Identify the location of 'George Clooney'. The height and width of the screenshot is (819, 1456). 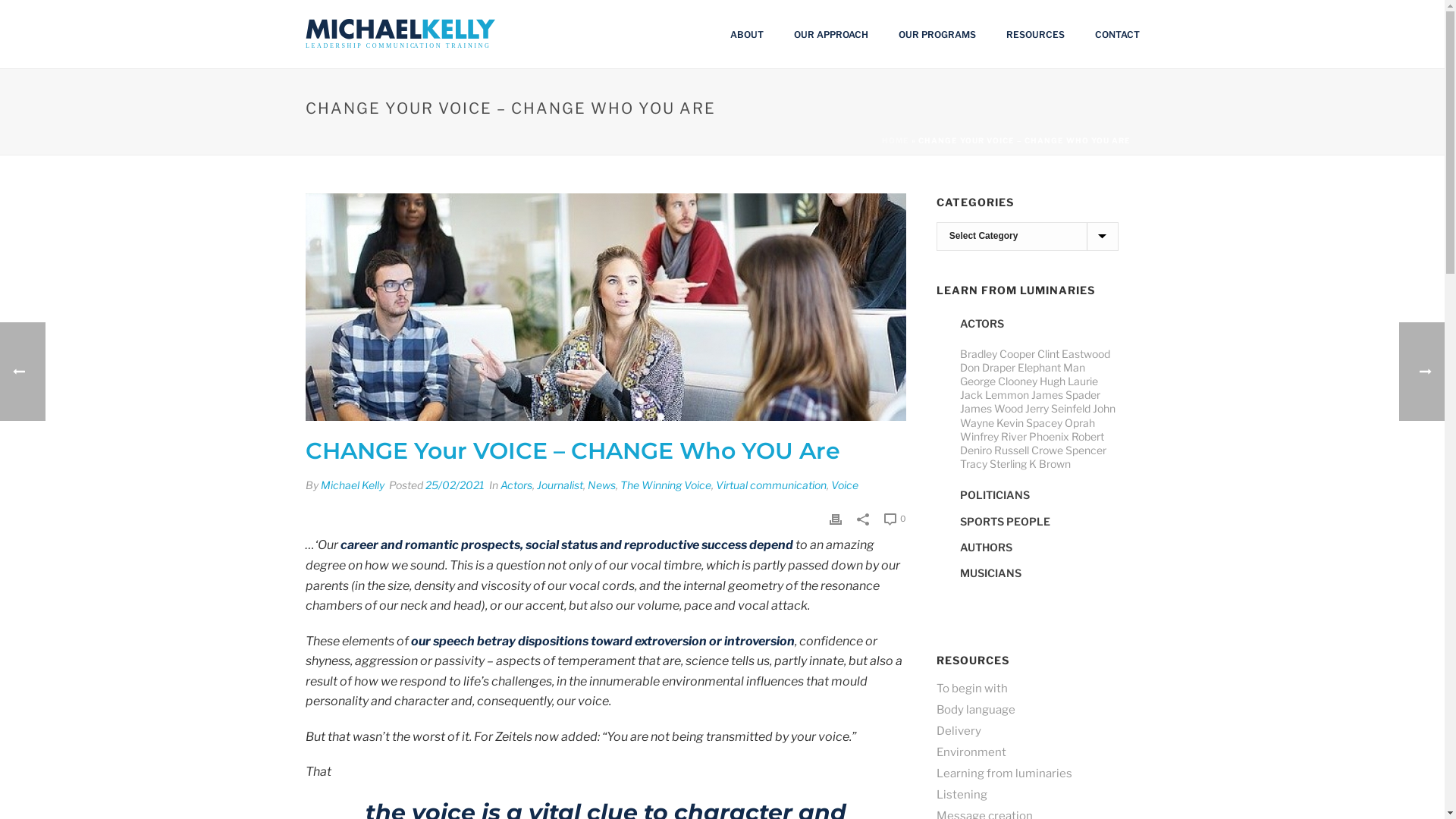
(998, 380).